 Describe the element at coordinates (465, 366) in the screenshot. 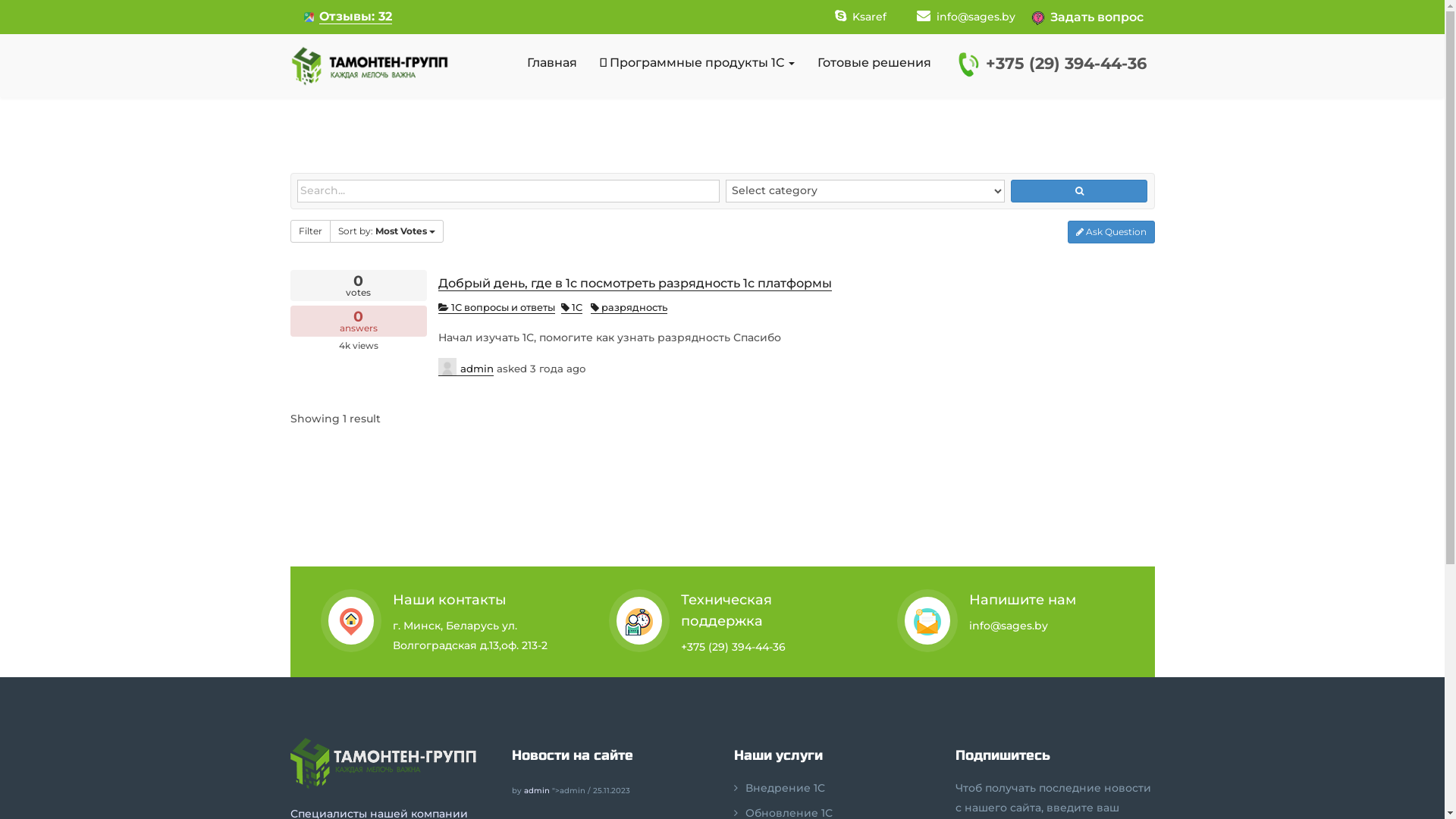

I see `'admin'` at that location.